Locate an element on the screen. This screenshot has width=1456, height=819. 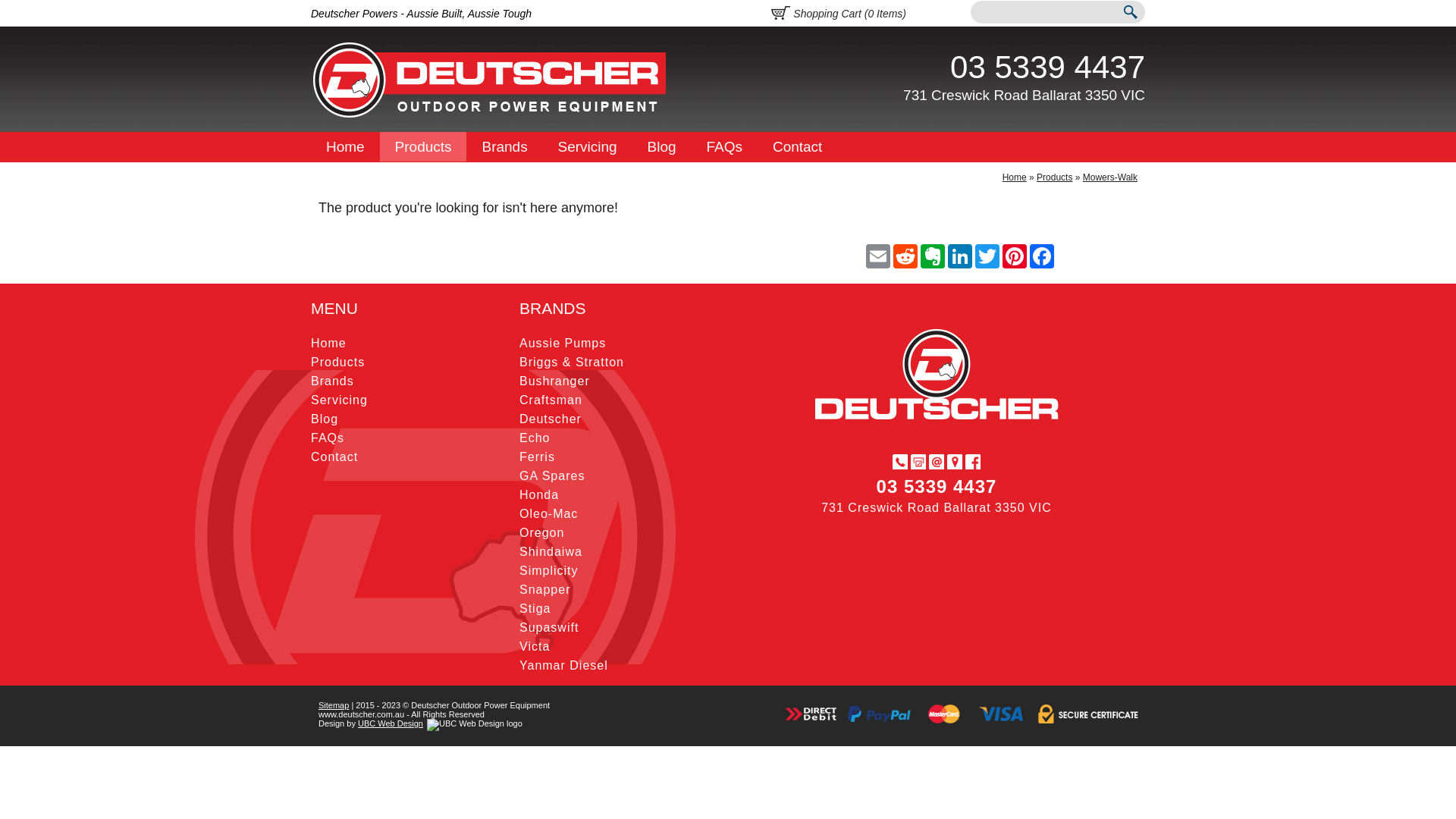
'Blog' is located at coordinates (662, 146).